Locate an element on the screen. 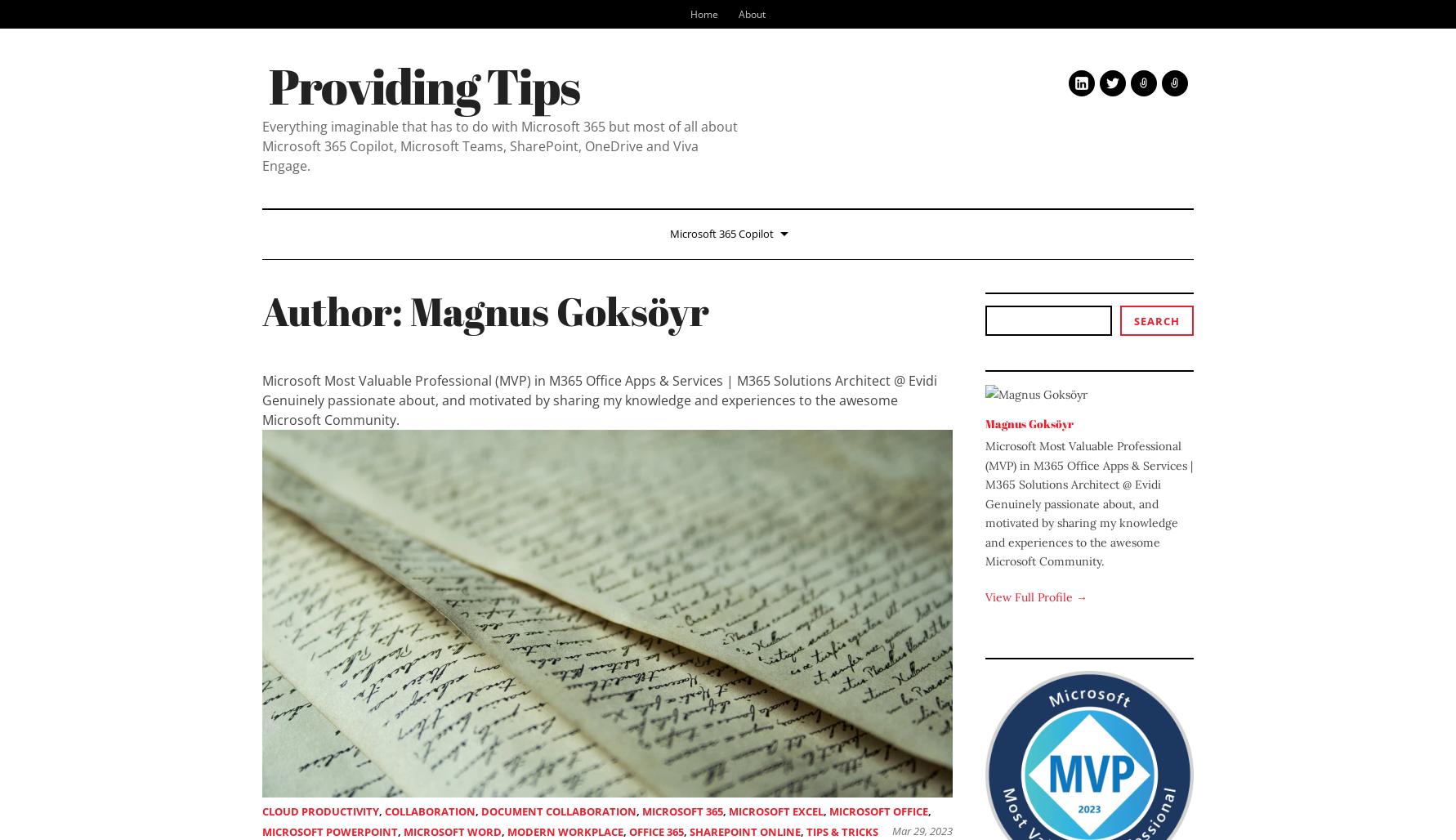 This screenshot has height=840, width=1456. 'Microsoft PowerPoint' is located at coordinates (329, 831).